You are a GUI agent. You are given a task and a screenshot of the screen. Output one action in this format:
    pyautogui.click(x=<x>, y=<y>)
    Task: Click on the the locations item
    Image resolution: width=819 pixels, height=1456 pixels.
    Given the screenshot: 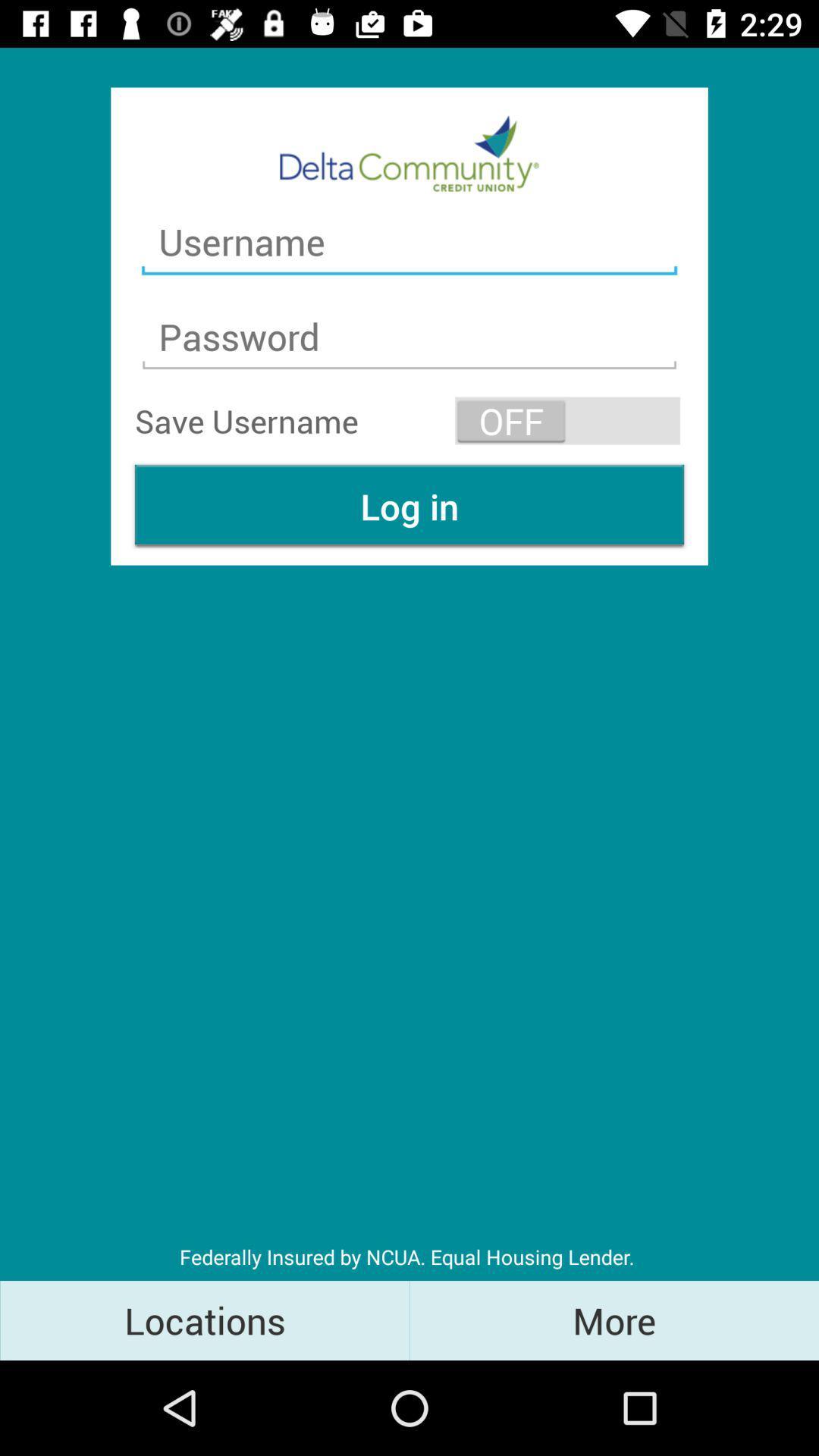 What is the action you would take?
    pyautogui.click(x=205, y=1319)
    